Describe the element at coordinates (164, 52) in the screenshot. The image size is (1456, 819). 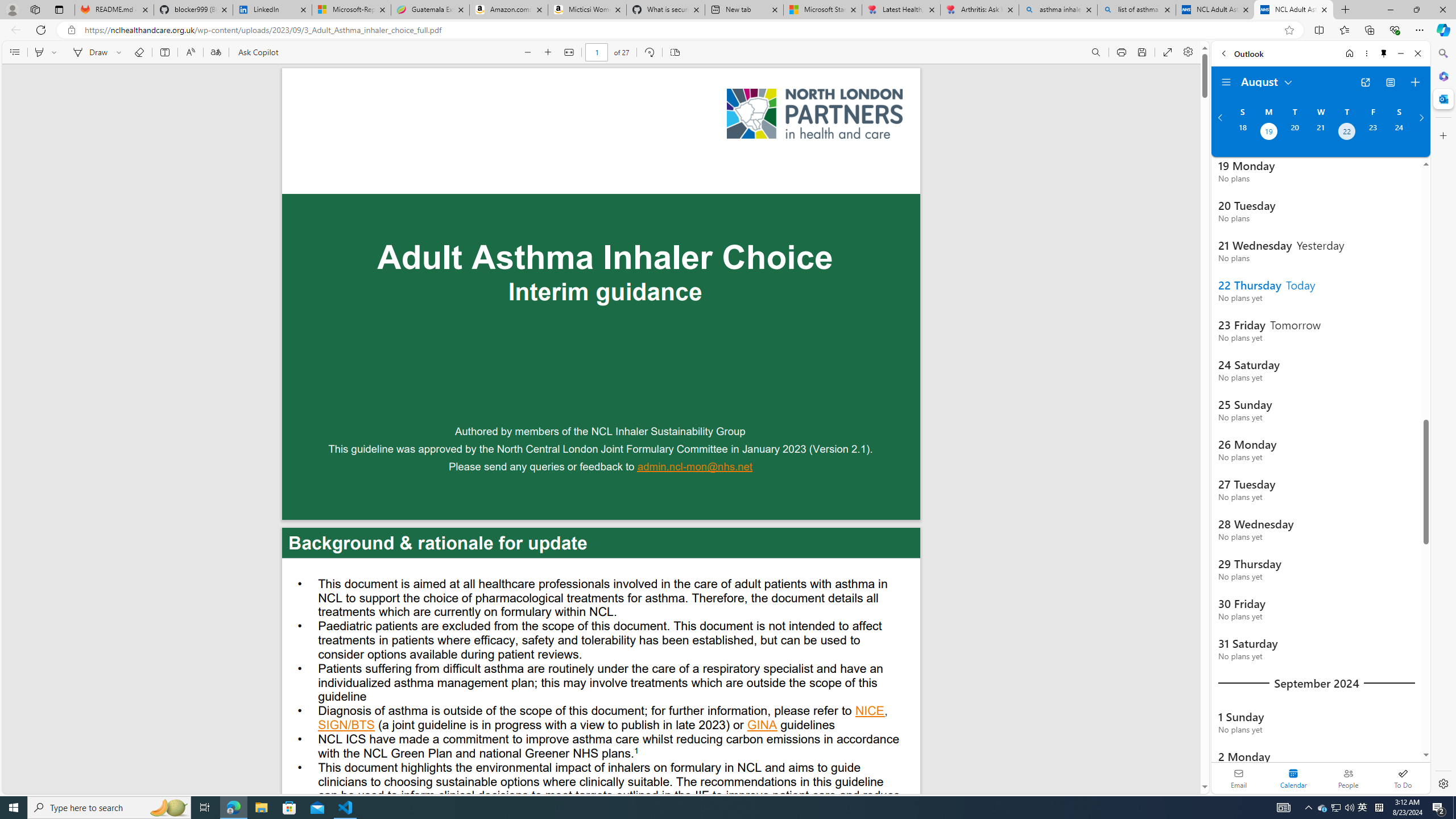
I see `'Add text'` at that location.